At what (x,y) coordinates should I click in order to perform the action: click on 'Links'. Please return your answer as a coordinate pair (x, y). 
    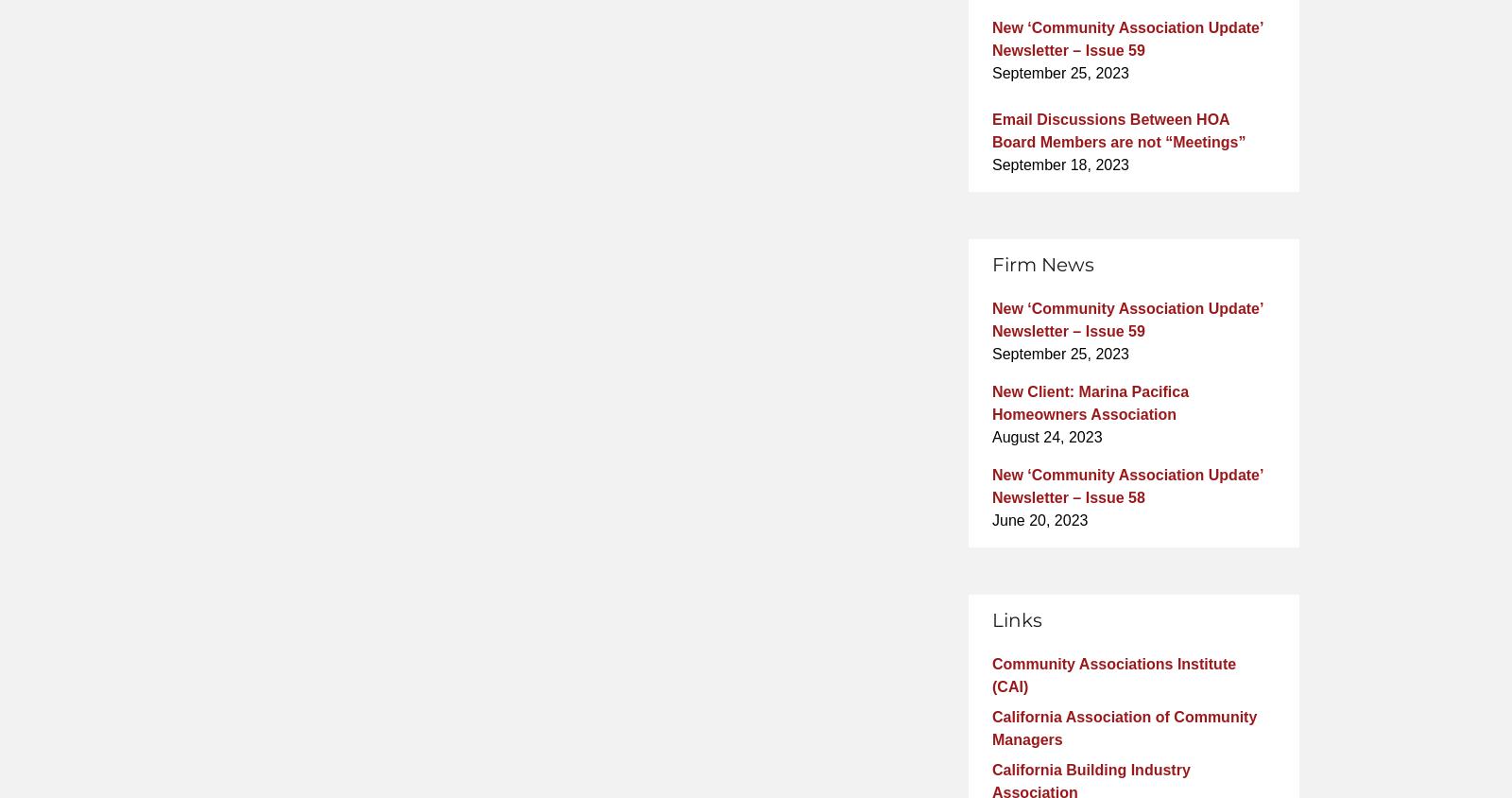
    Looking at the image, I should click on (1017, 618).